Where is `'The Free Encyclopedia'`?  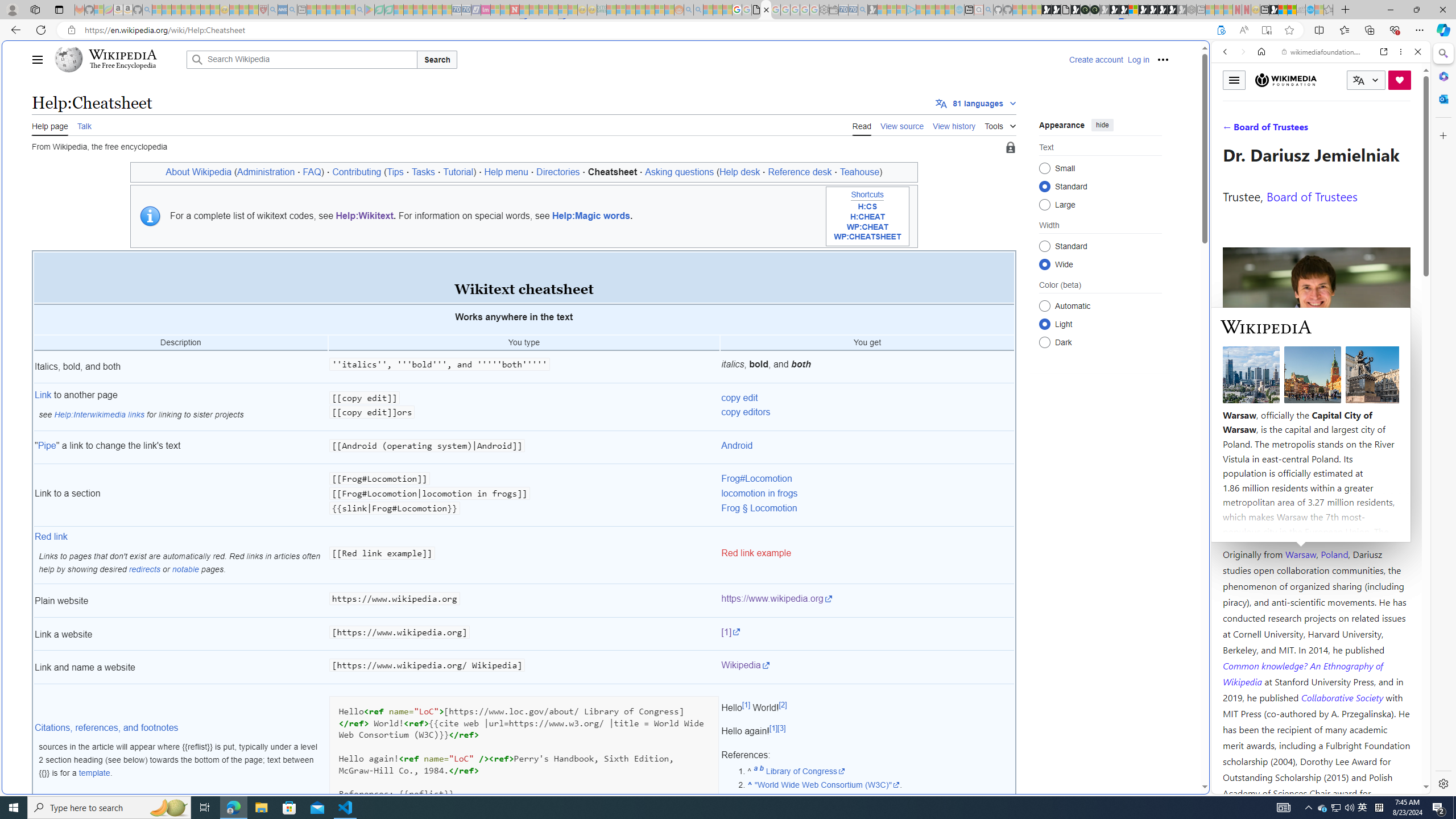
'The Free Encyclopedia' is located at coordinates (122, 65).